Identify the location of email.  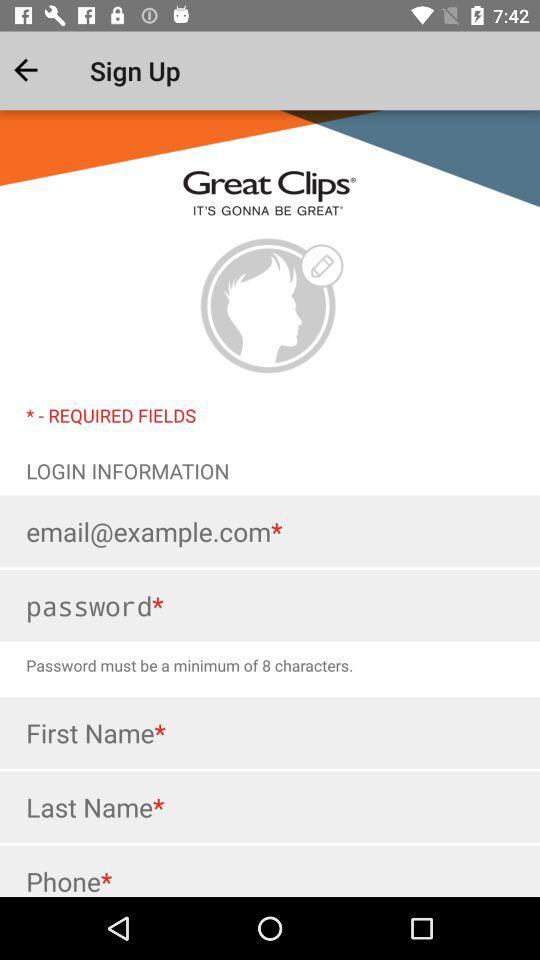
(270, 530).